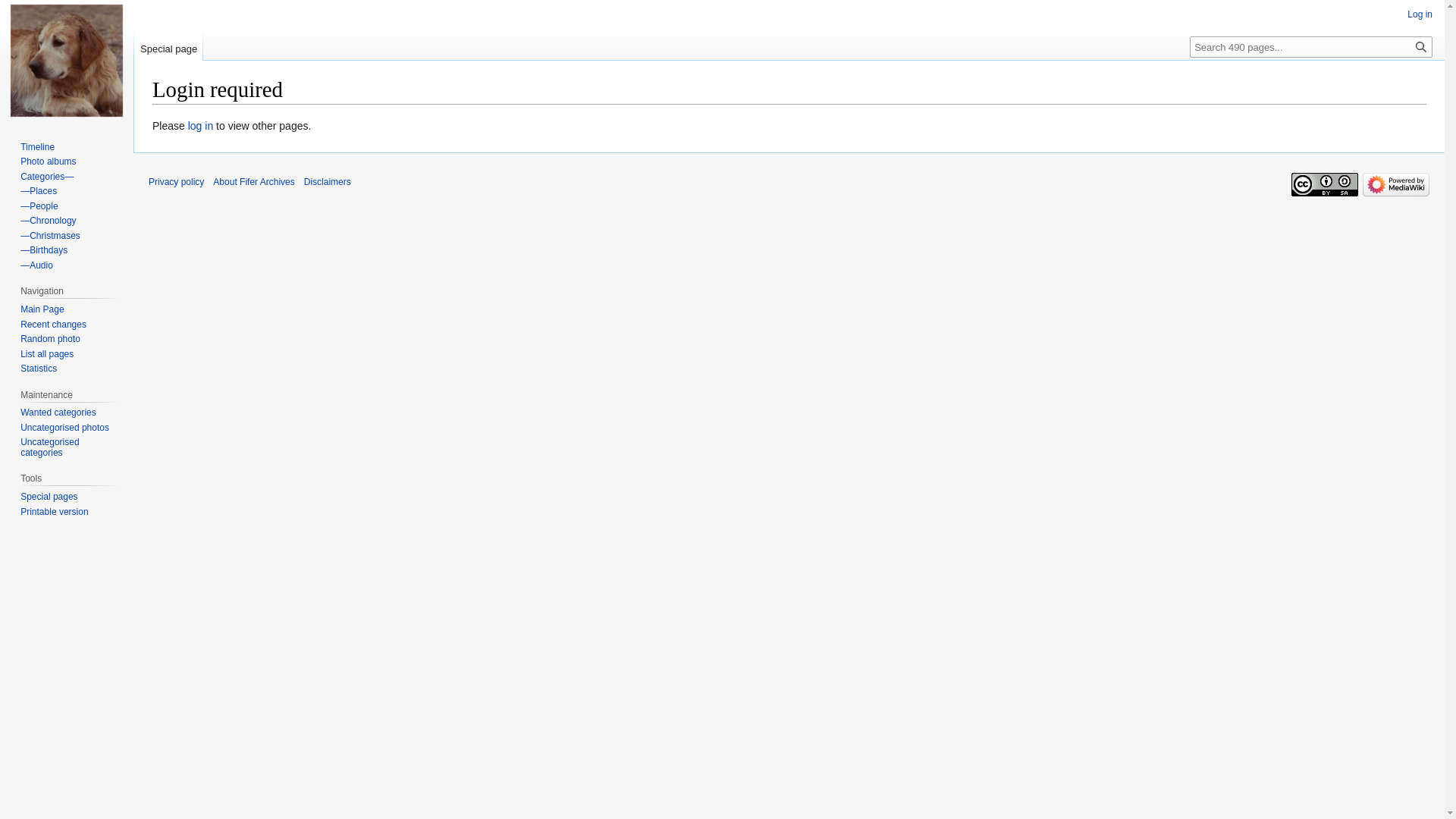  Describe the element at coordinates (1420, 45) in the screenshot. I see `'Search'` at that location.